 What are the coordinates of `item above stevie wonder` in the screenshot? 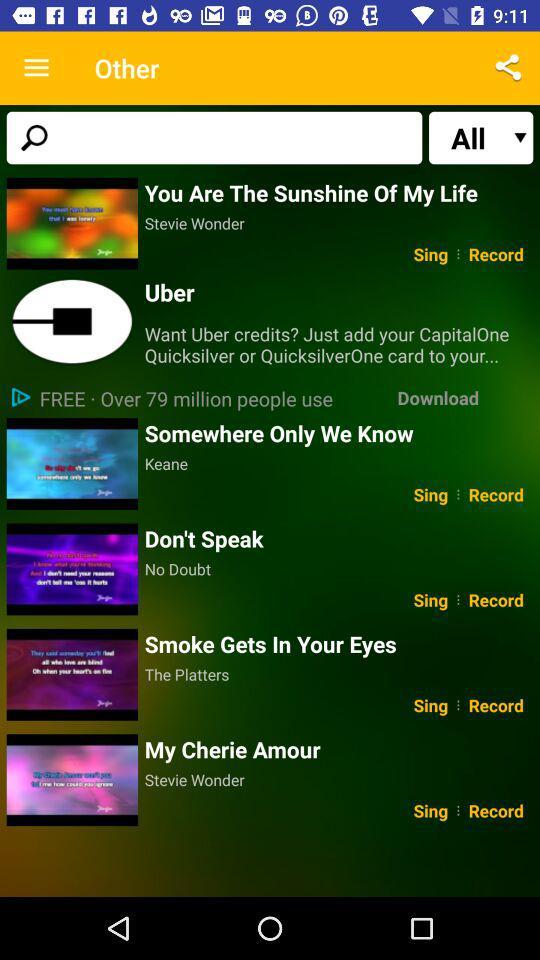 It's located at (338, 192).